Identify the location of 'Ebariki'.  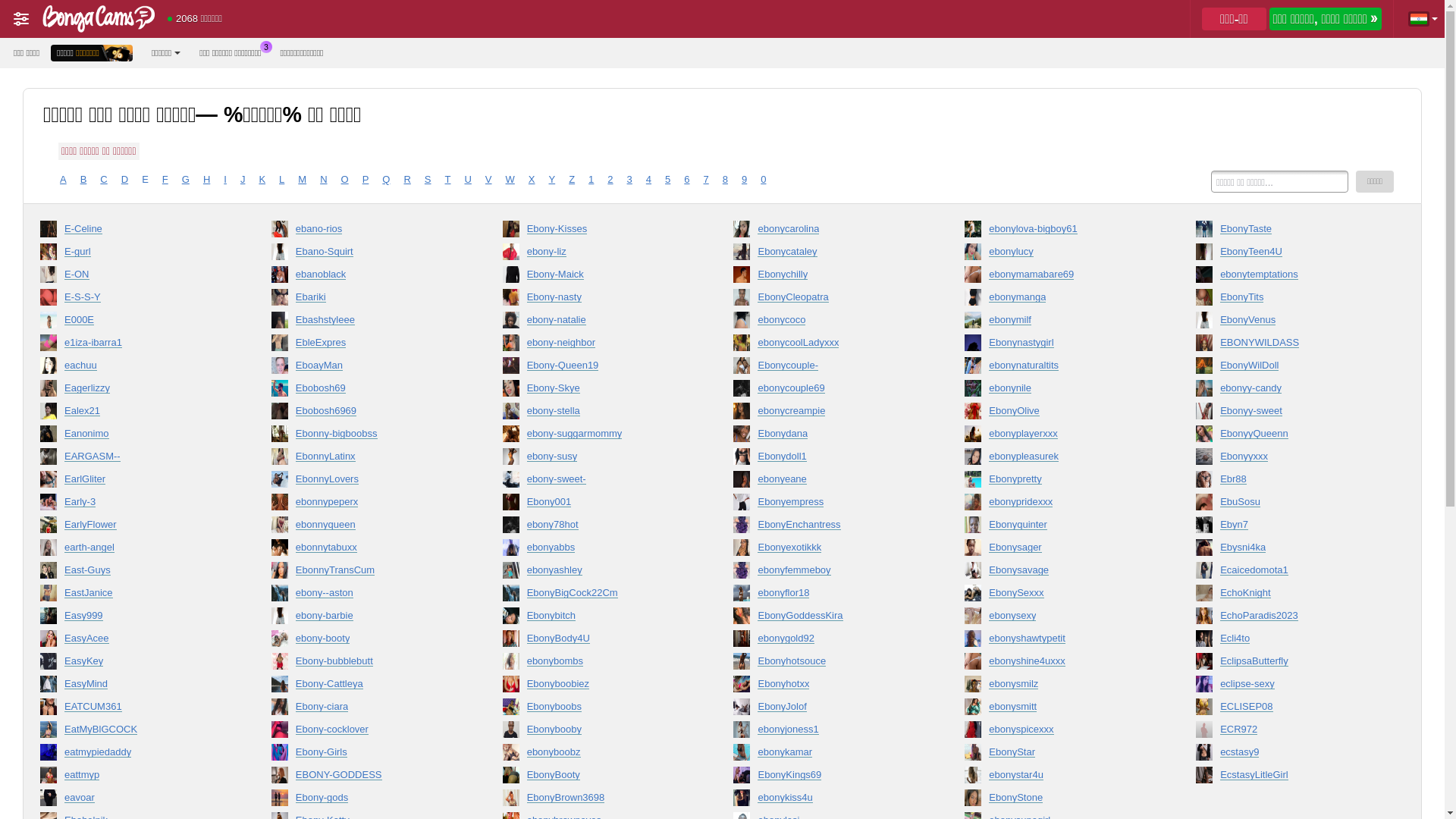
(271, 300).